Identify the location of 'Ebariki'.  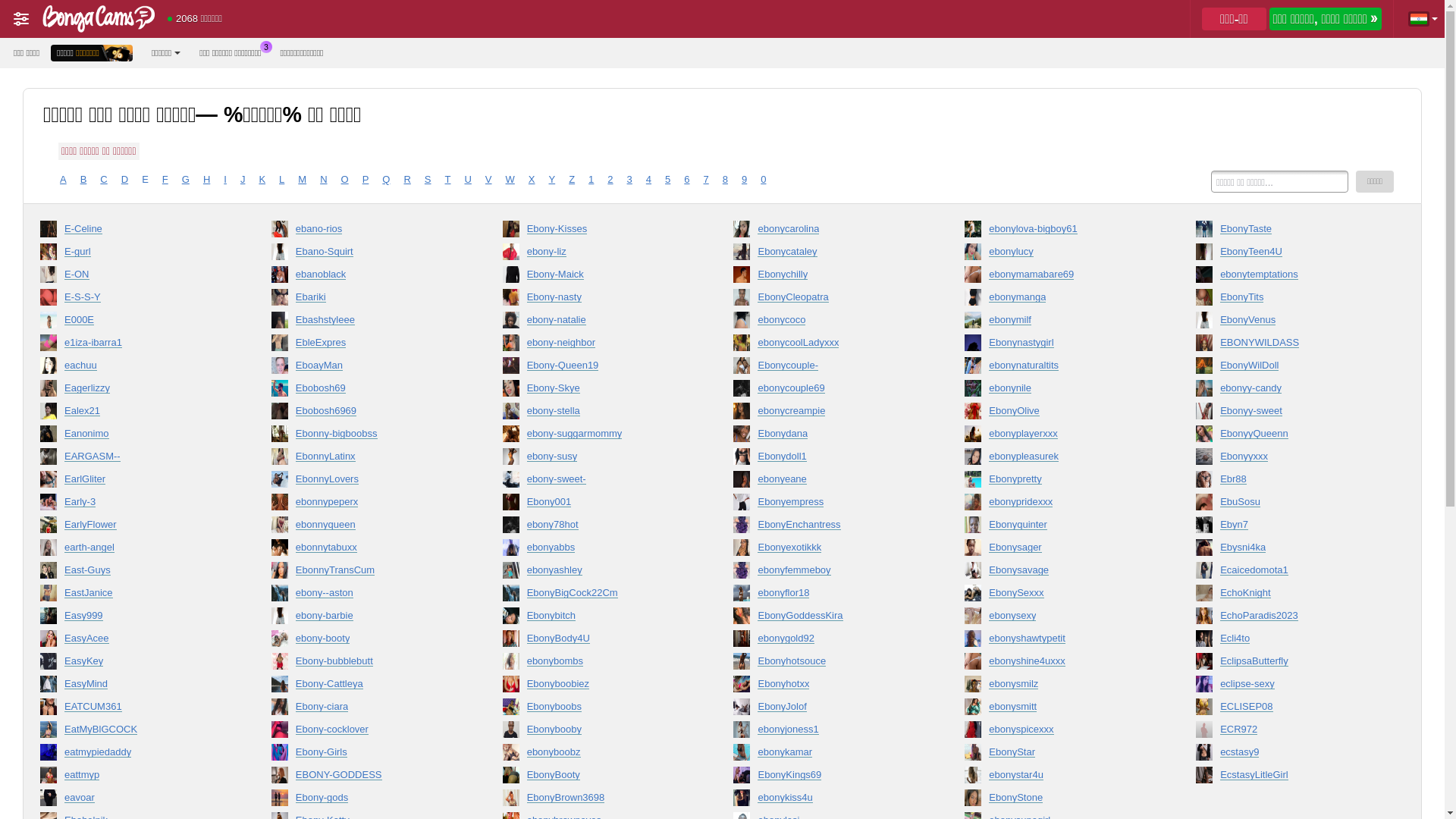
(271, 300).